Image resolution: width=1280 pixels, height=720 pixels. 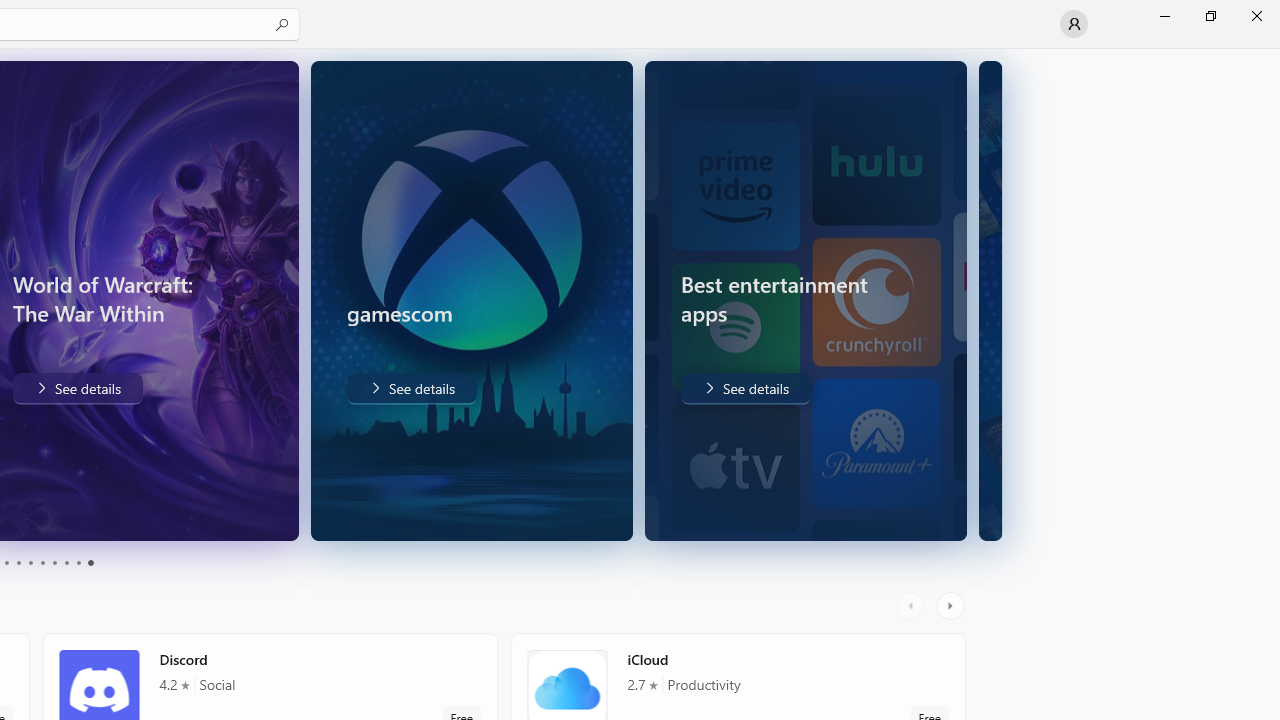 I want to click on 'Page 3', so click(x=5, y=563).